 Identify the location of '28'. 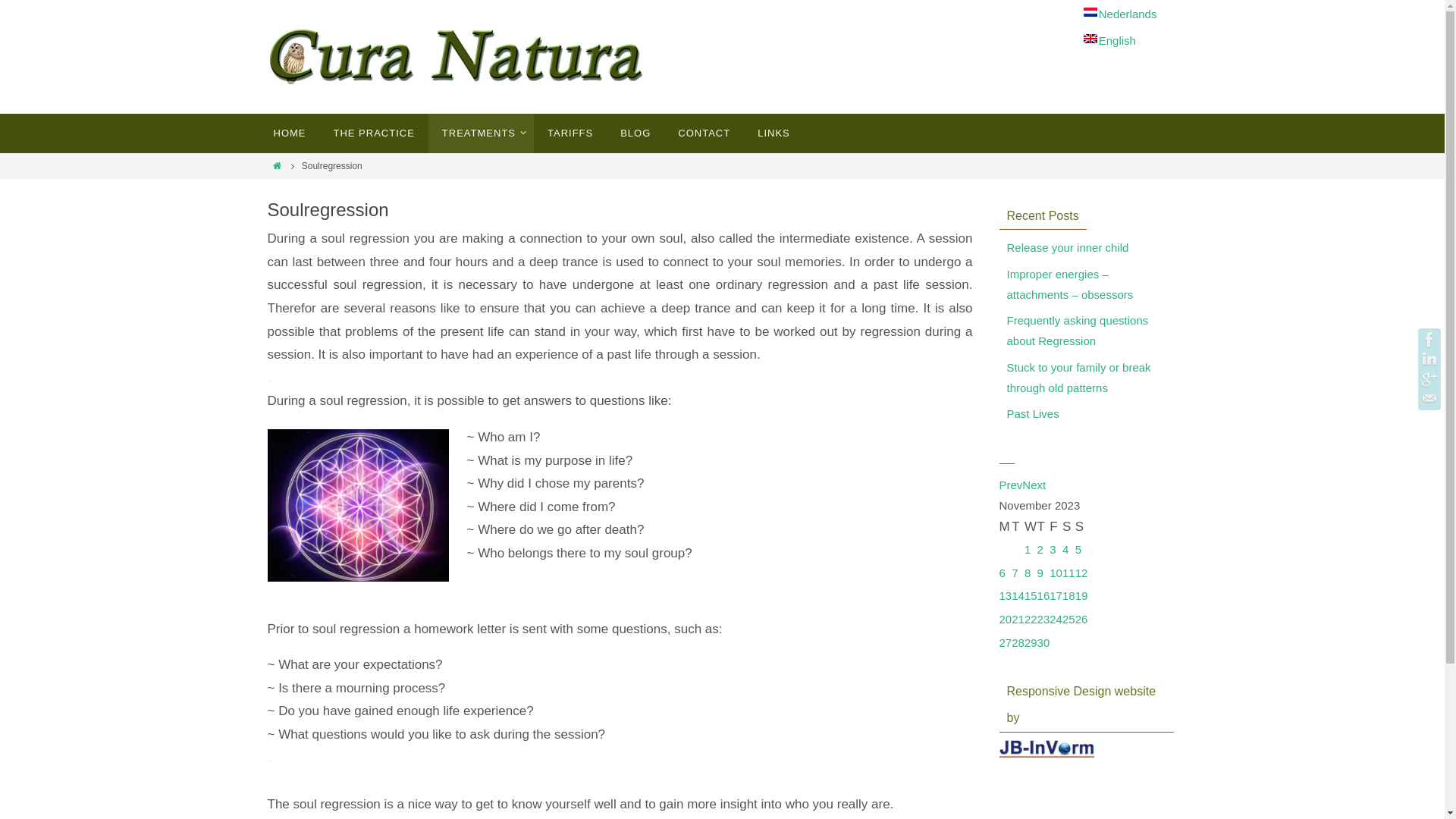
(1018, 643).